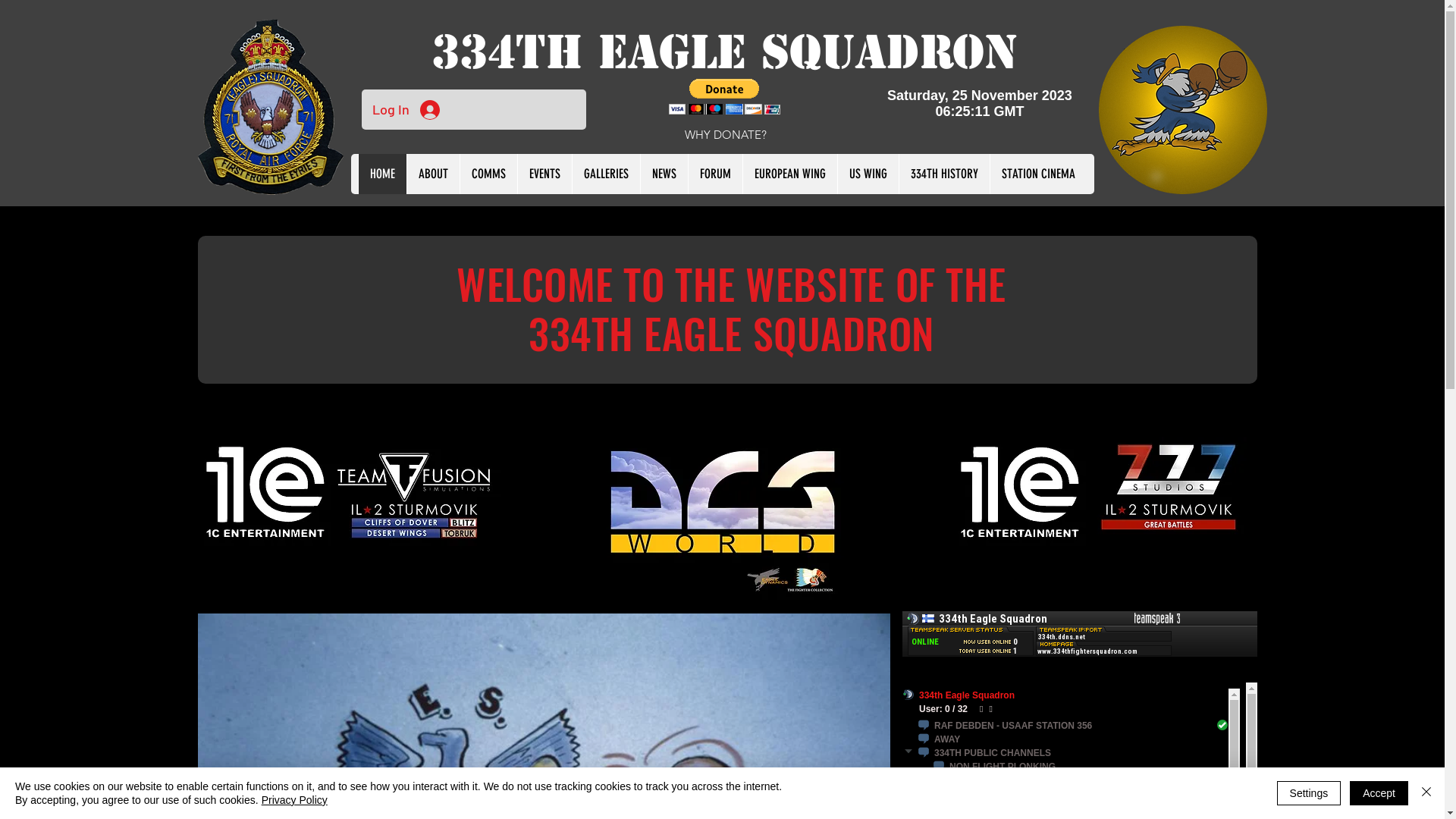 This screenshot has width=1456, height=819. I want to click on 'Accept', so click(1379, 792).